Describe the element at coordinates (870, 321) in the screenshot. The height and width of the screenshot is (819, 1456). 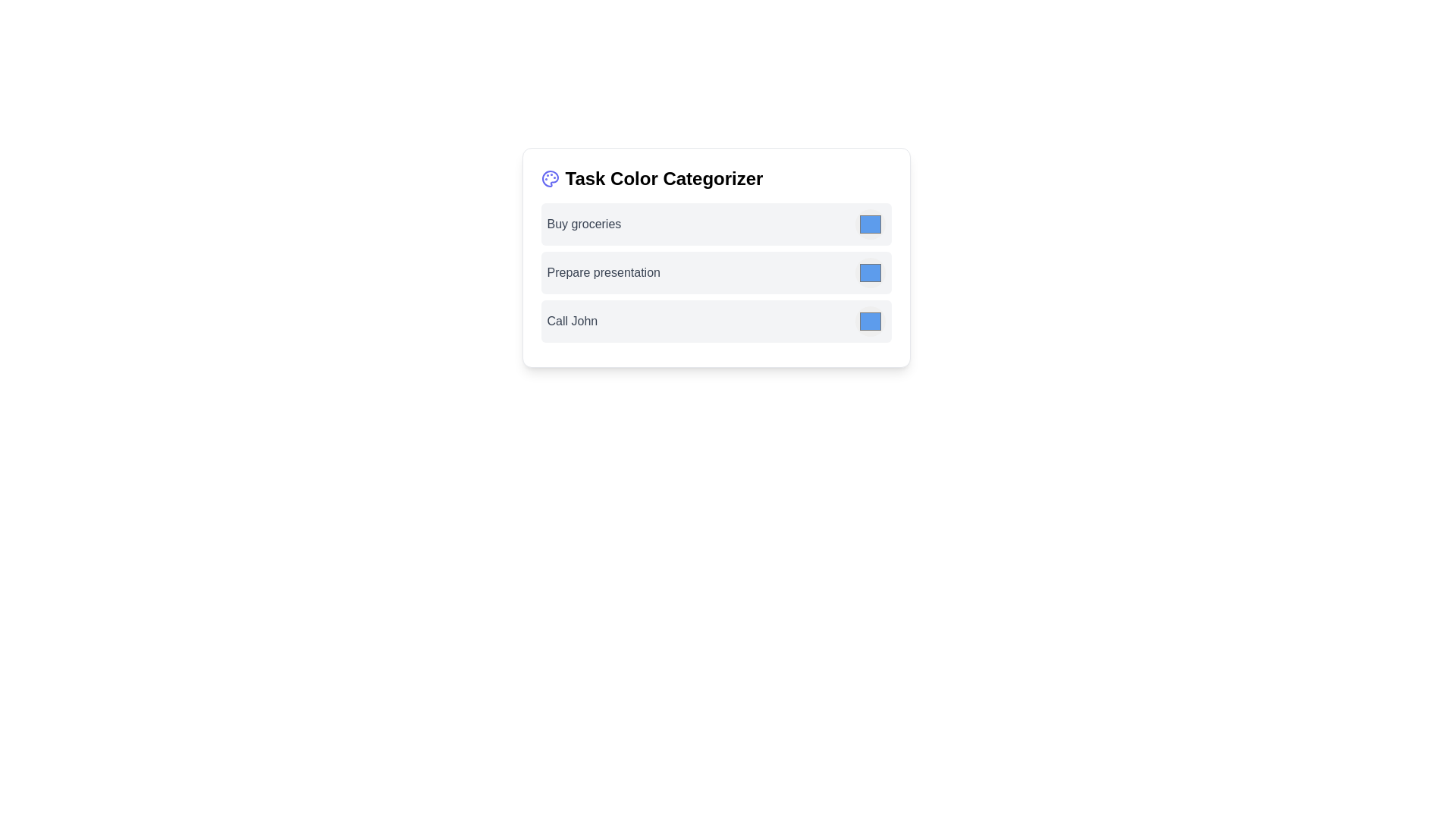
I see `the circular blue icon with a light blue fill, positioned to the far right of the 'Call John' panel` at that location.